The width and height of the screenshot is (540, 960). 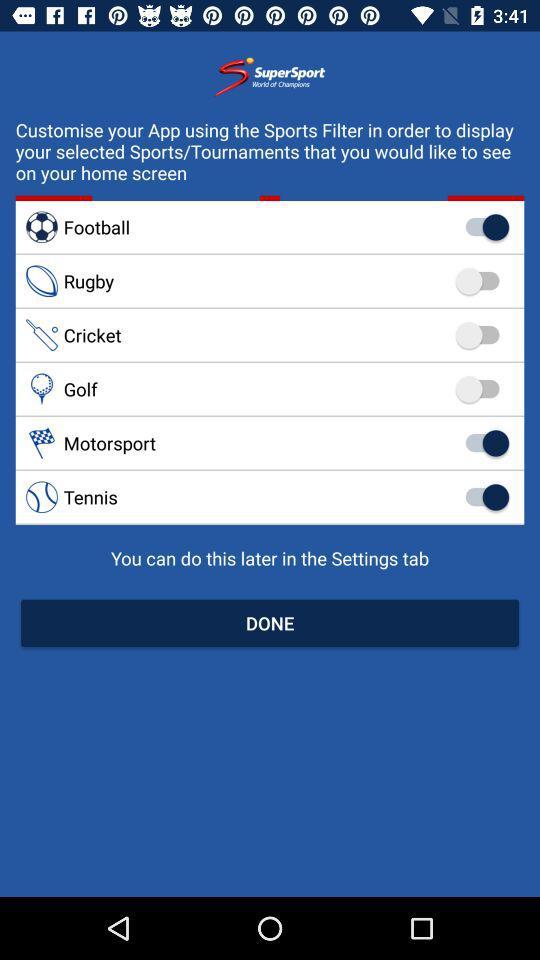 What do you see at coordinates (270, 335) in the screenshot?
I see `cricket item` at bounding box center [270, 335].